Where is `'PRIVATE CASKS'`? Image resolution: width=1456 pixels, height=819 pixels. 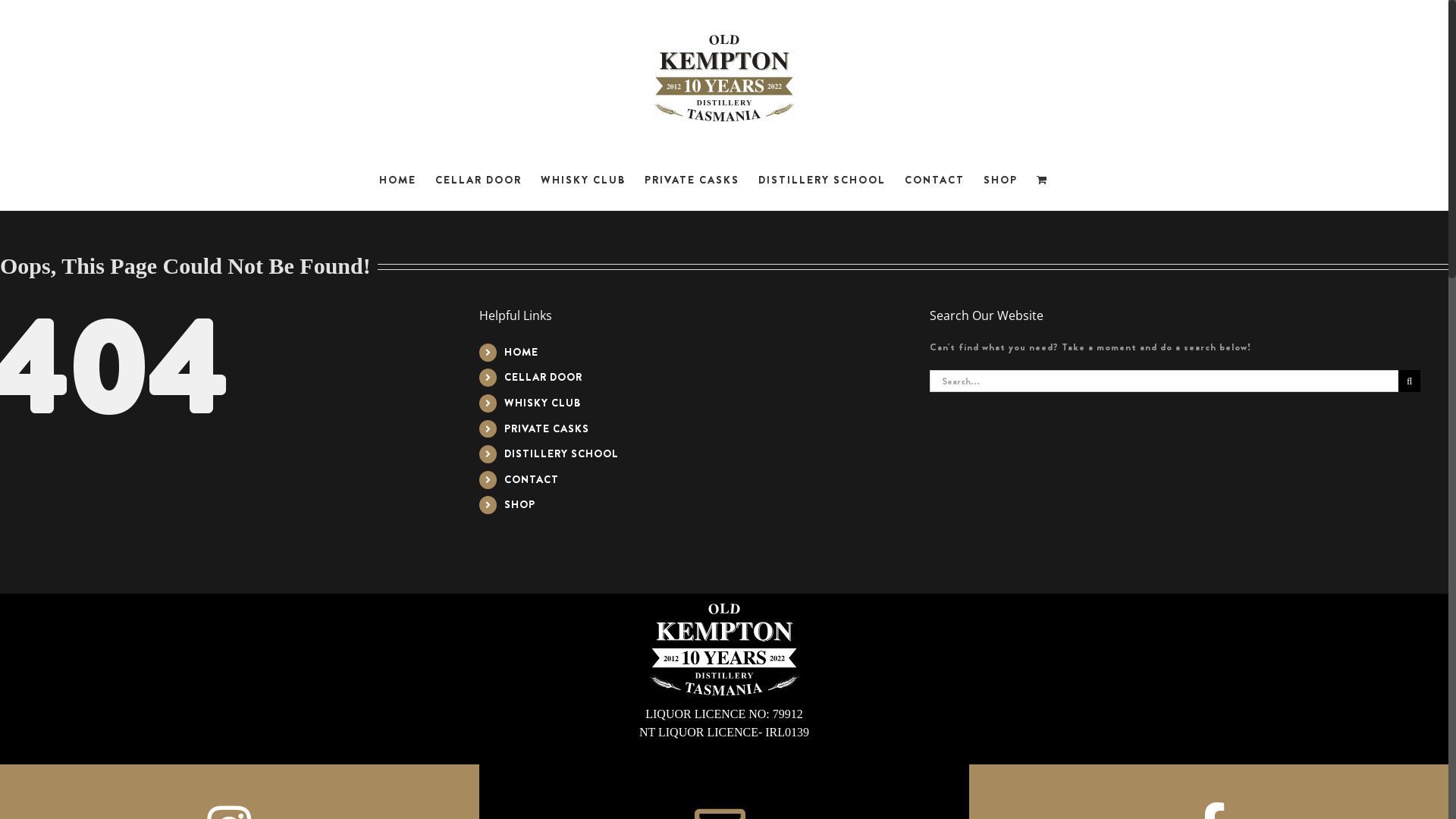 'PRIVATE CASKS' is located at coordinates (546, 428).